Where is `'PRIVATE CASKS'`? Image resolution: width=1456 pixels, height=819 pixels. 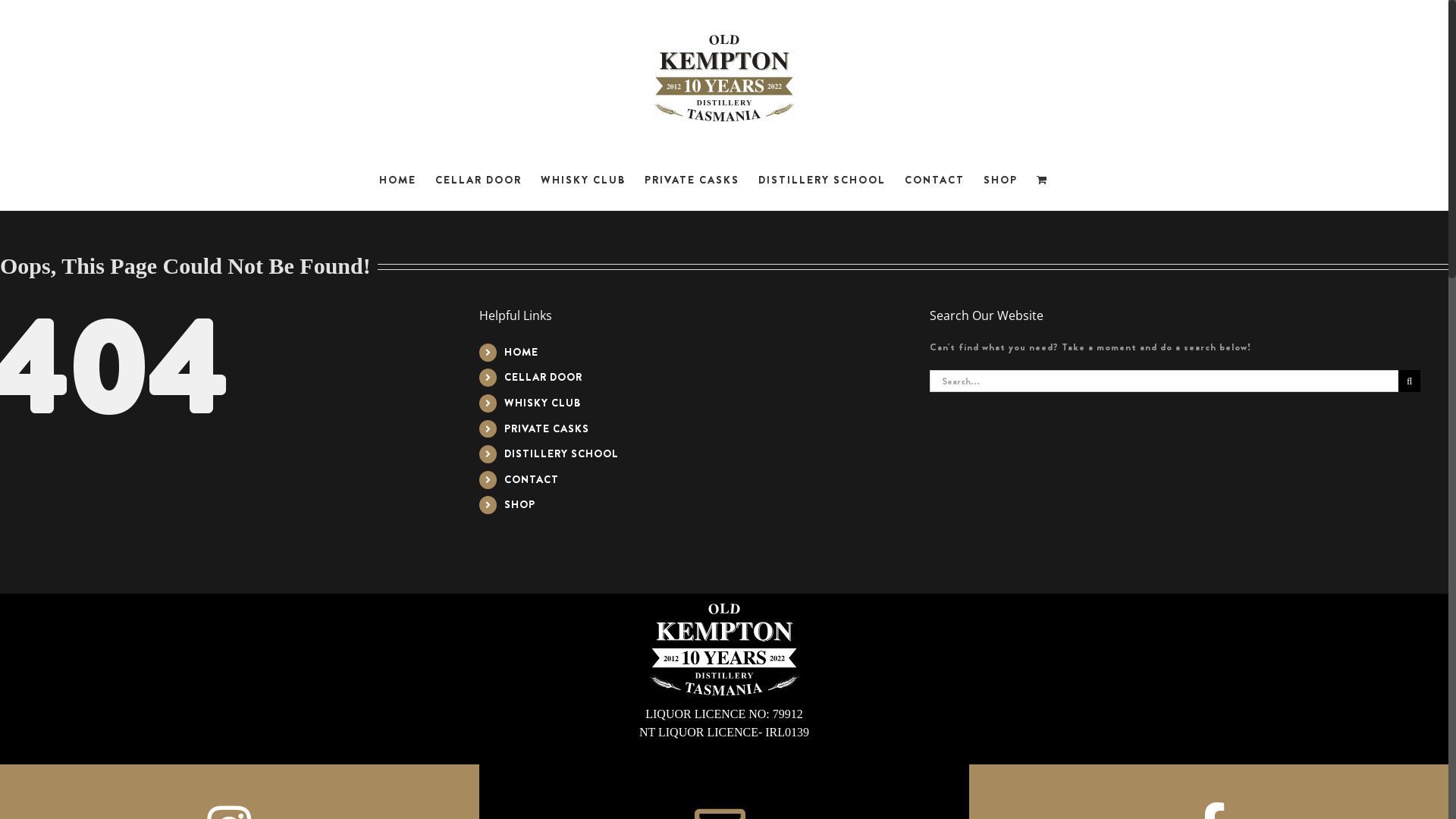 'PRIVATE CASKS' is located at coordinates (546, 428).